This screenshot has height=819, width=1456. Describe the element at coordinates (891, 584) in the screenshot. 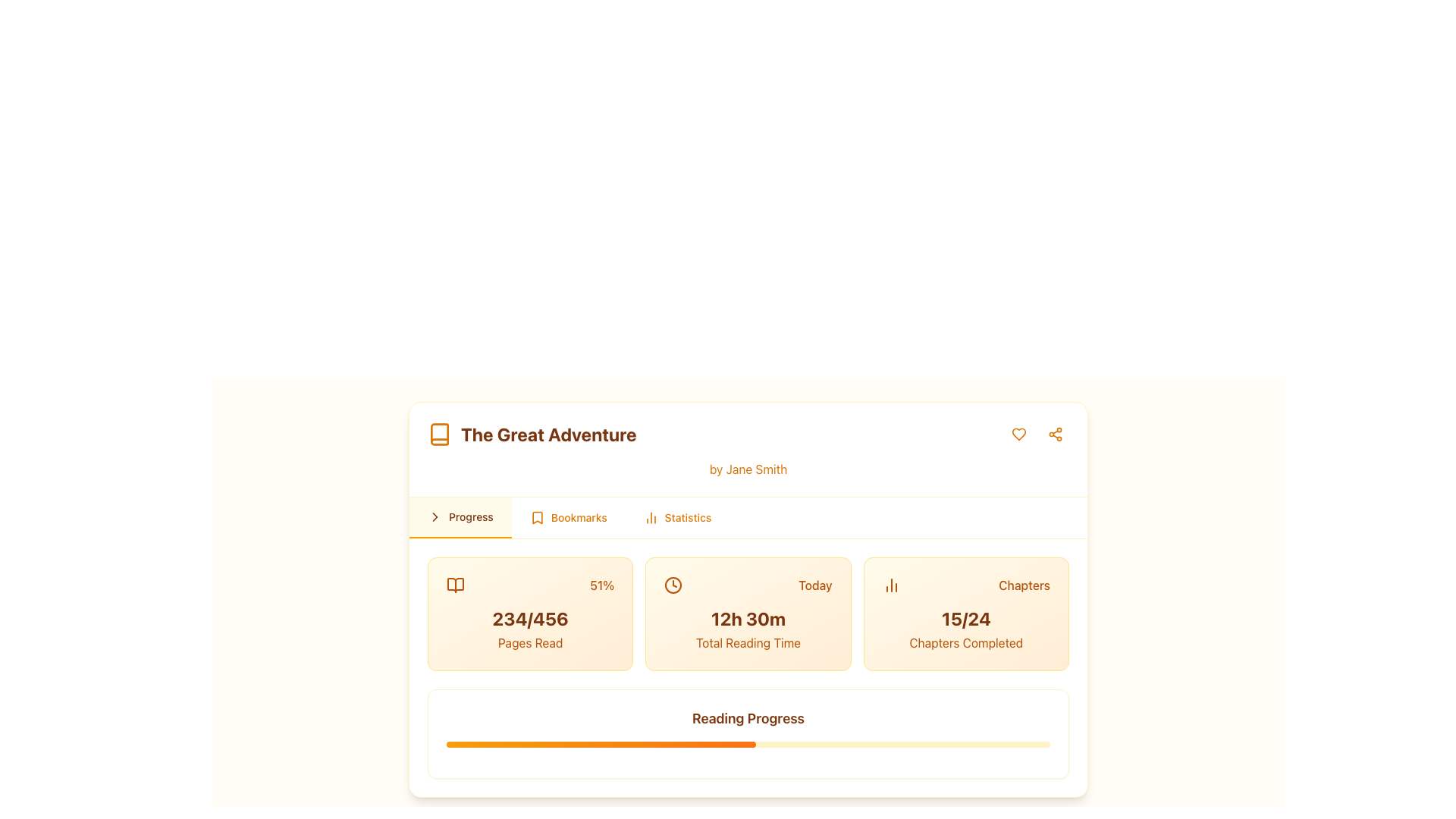

I see `the Decorative Icon located to the left of the 'Chapters' text, which serves as an indicator of statistical information or progress` at that location.